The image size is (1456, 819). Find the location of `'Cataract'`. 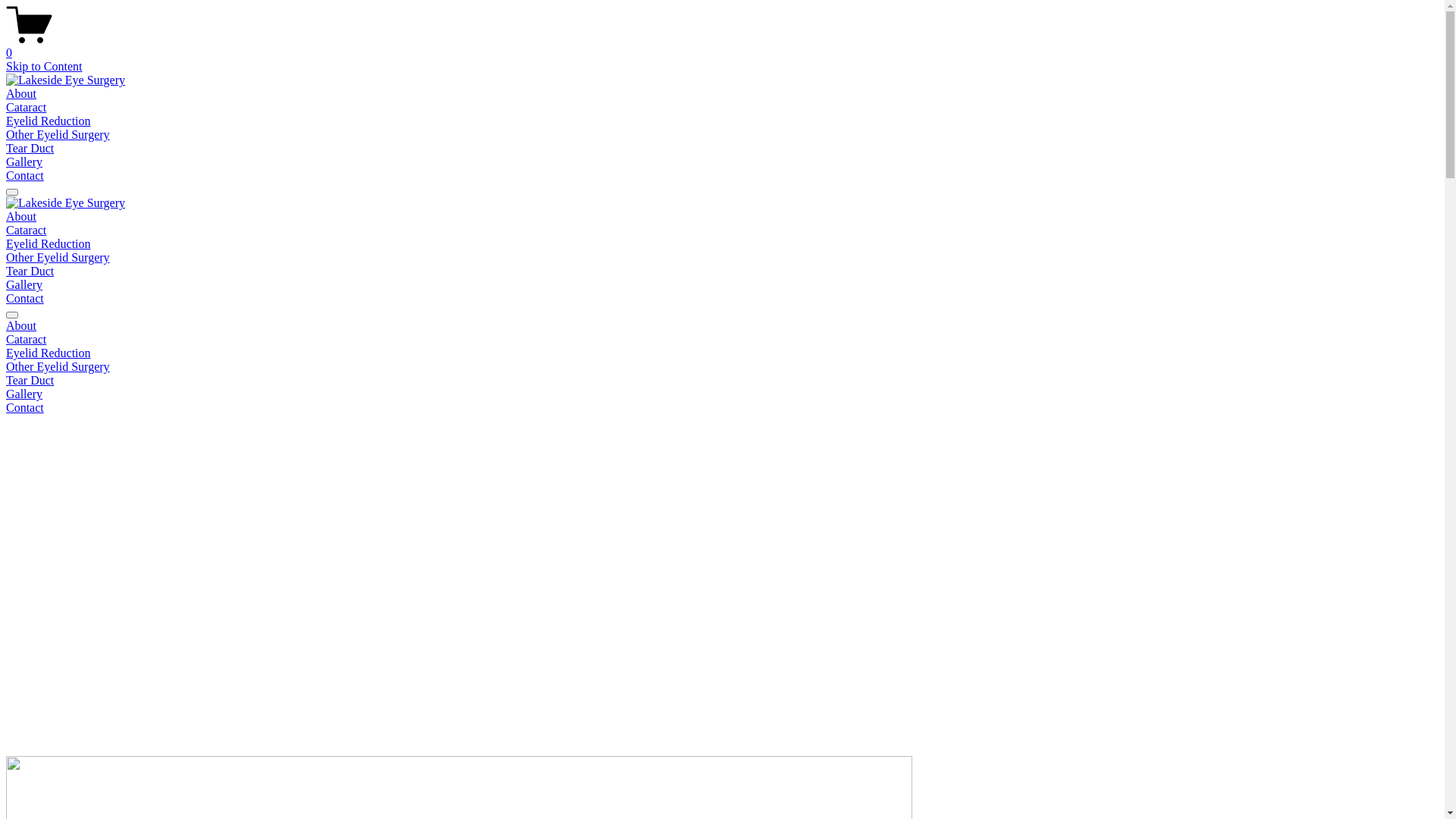

'Cataract' is located at coordinates (26, 106).